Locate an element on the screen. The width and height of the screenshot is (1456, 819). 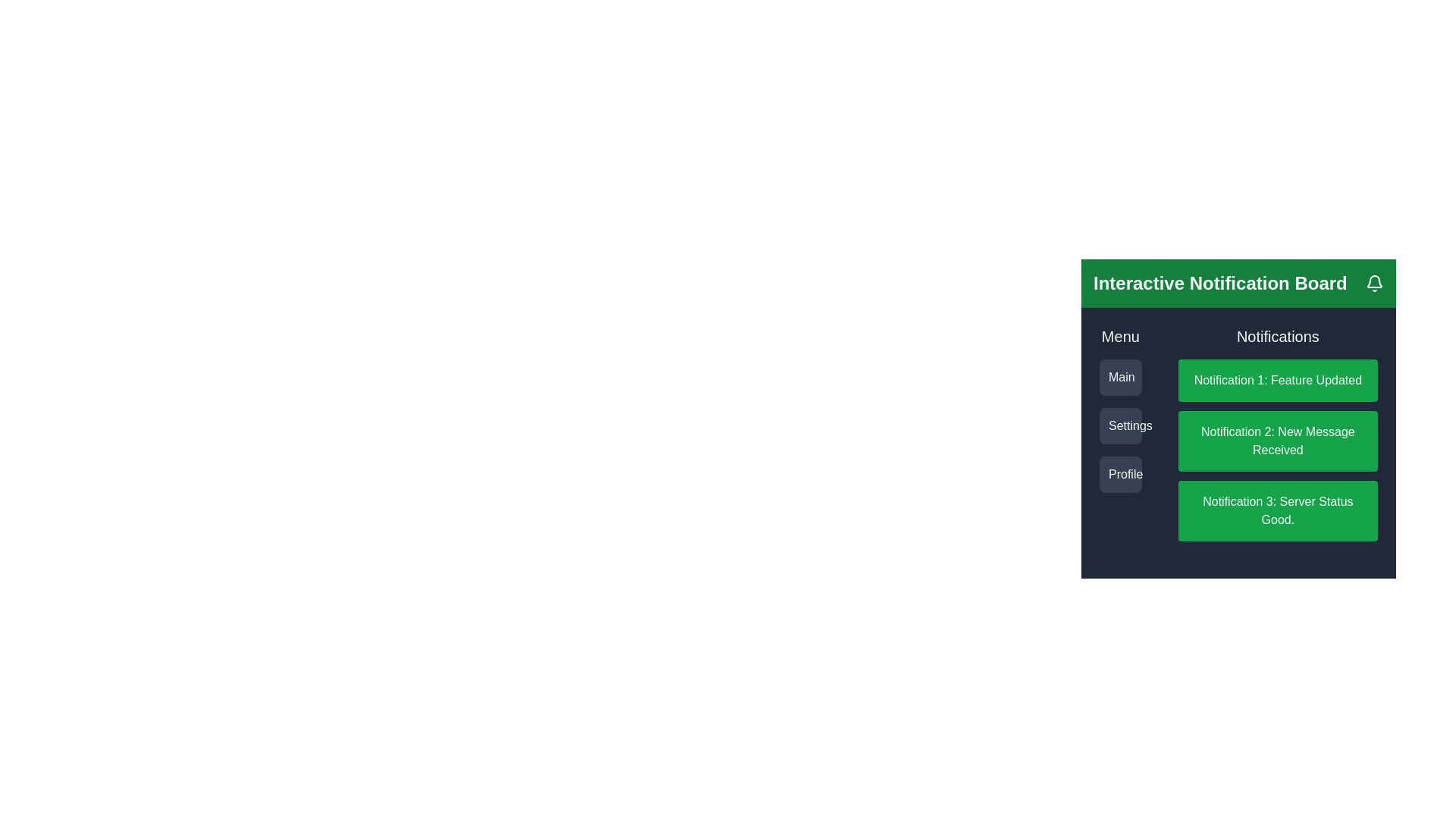
text label 'Interactive Notification Board' located in the upper-central part of the green header is located at coordinates (1220, 284).